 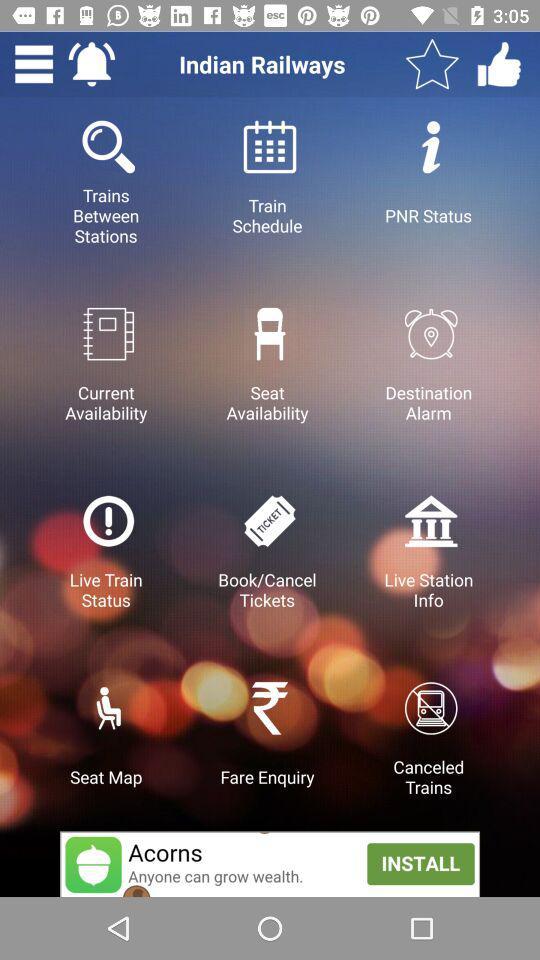 What do you see at coordinates (431, 64) in the screenshot?
I see `mark favorite option` at bounding box center [431, 64].